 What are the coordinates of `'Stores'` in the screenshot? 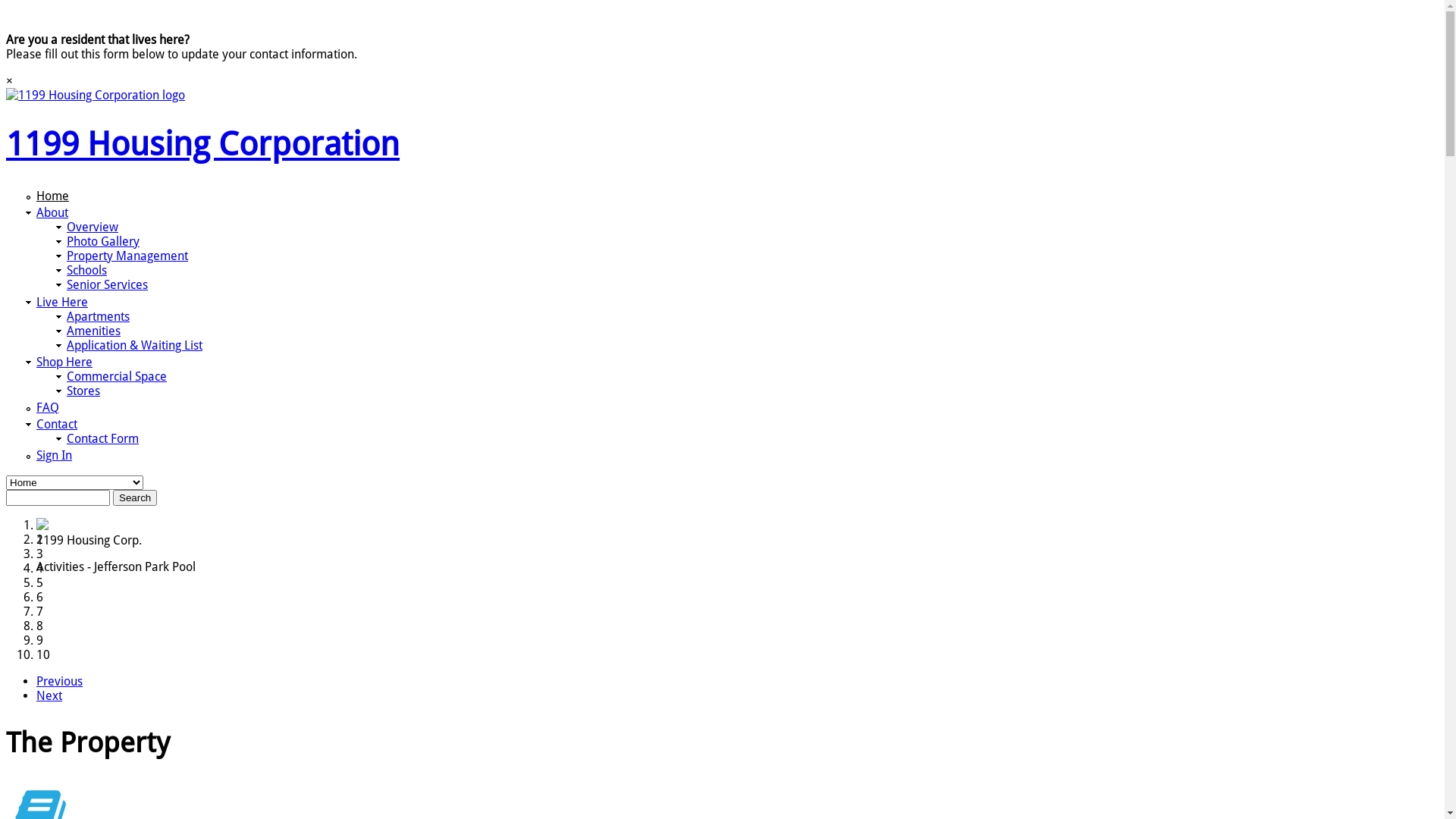 It's located at (83, 390).